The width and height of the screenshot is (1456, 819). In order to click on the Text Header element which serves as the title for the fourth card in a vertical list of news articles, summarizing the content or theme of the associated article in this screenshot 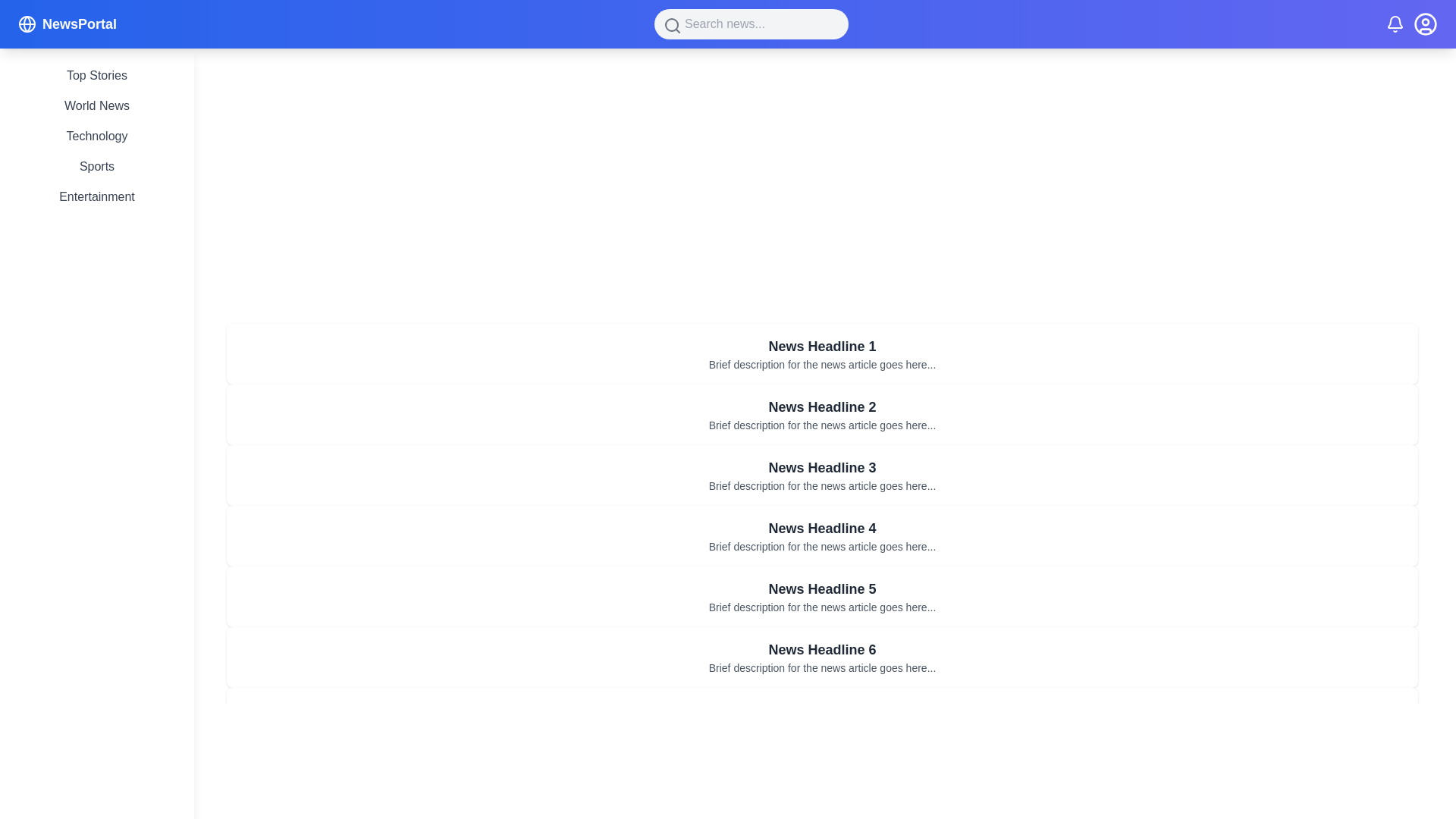, I will do `click(821, 528)`.